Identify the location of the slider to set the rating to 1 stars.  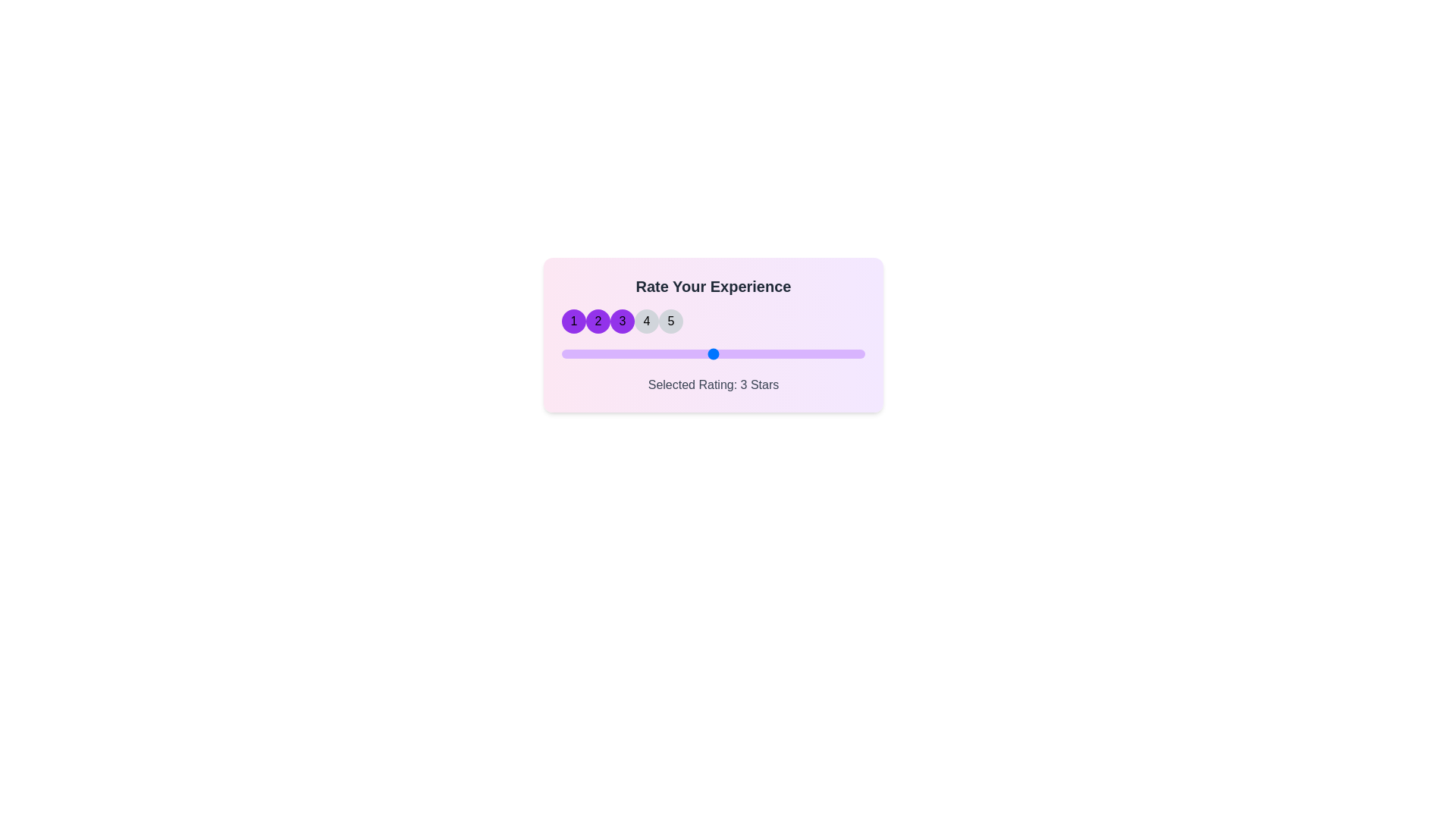
(560, 353).